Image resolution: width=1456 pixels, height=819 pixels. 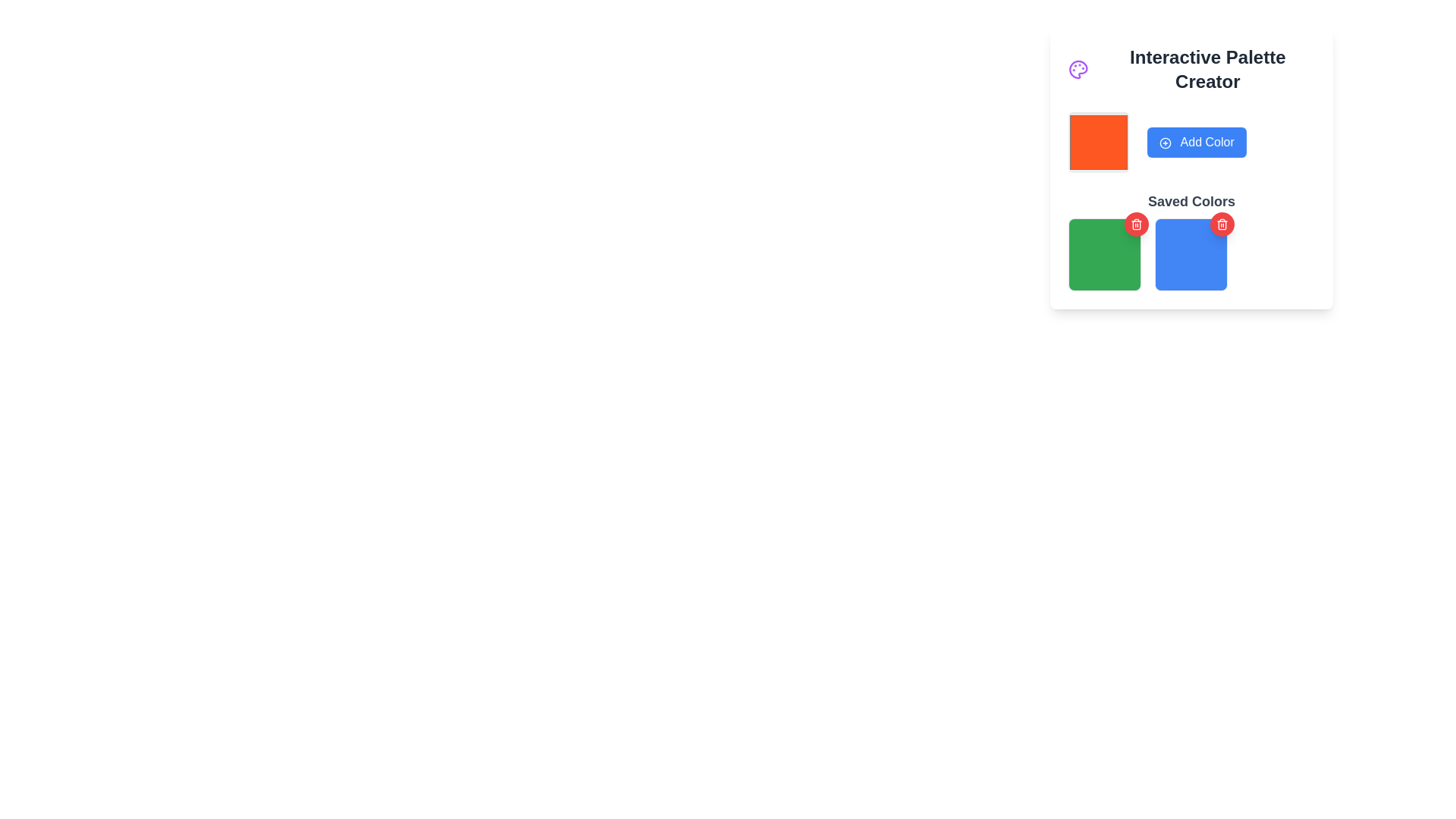 What do you see at coordinates (1190, 253) in the screenshot?
I see `the blue square colored block with rounded corners located in the second position of the 'Saved Colors' section, directly below the 'Add Color' button` at bounding box center [1190, 253].